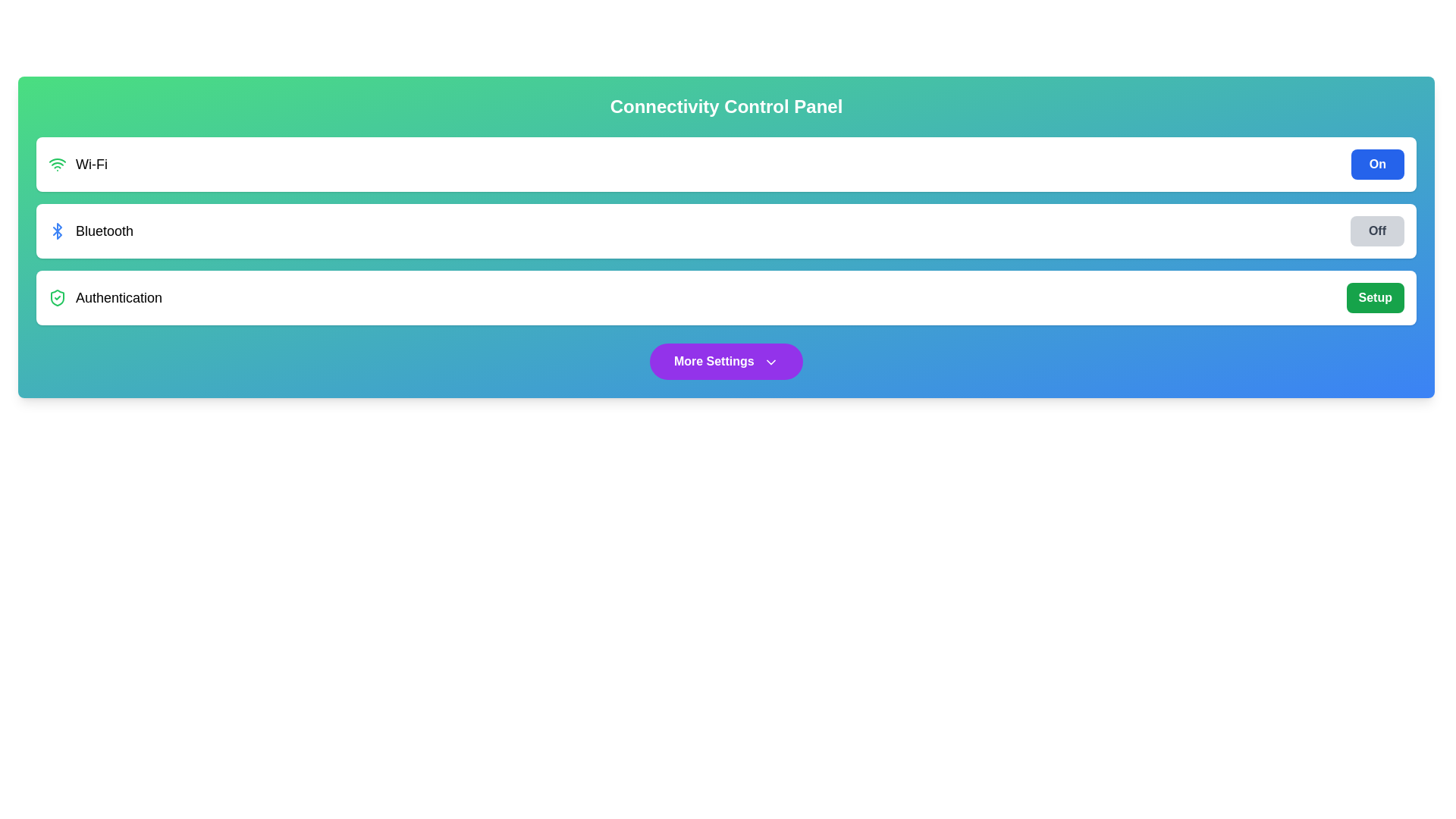 This screenshot has width=1456, height=819. What do you see at coordinates (1377, 164) in the screenshot?
I see `the rectangular blue button labeled 'On' with white text to trigger a visual state change` at bounding box center [1377, 164].